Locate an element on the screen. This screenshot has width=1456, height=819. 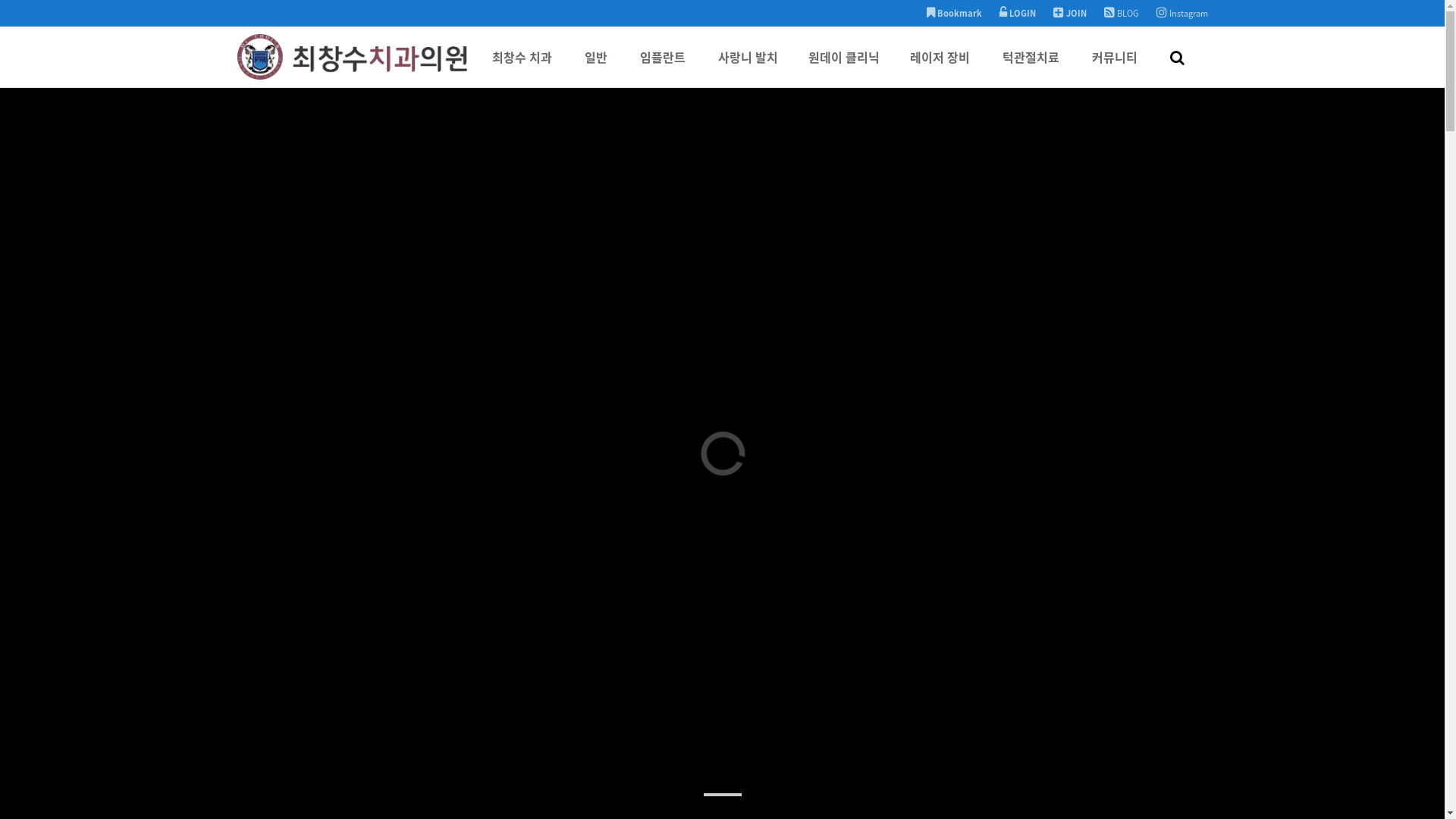
'1' is located at coordinates (722, 794).